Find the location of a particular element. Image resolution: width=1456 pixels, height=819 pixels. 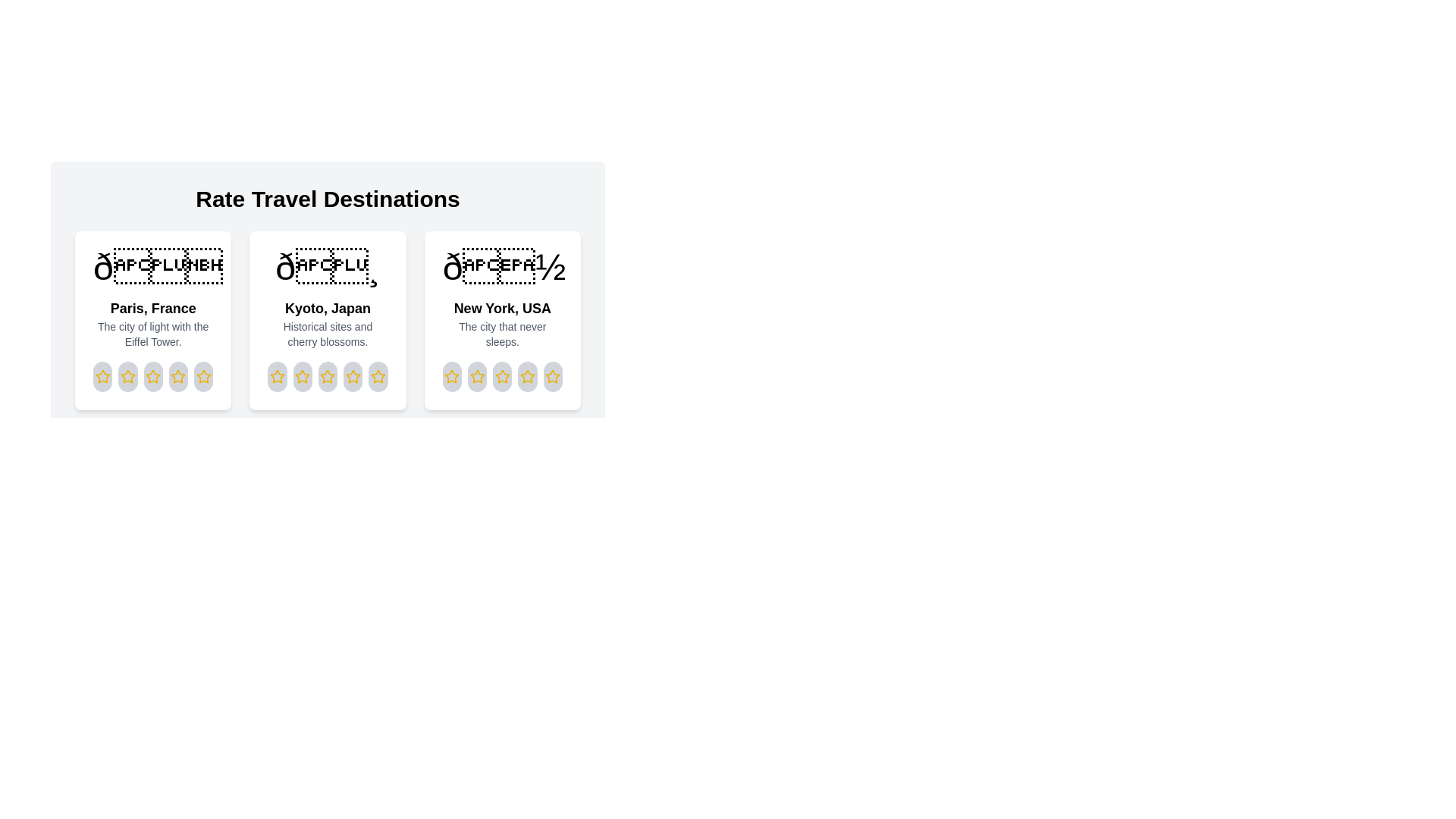

the destination name to view it is located at coordinates (152, 308).